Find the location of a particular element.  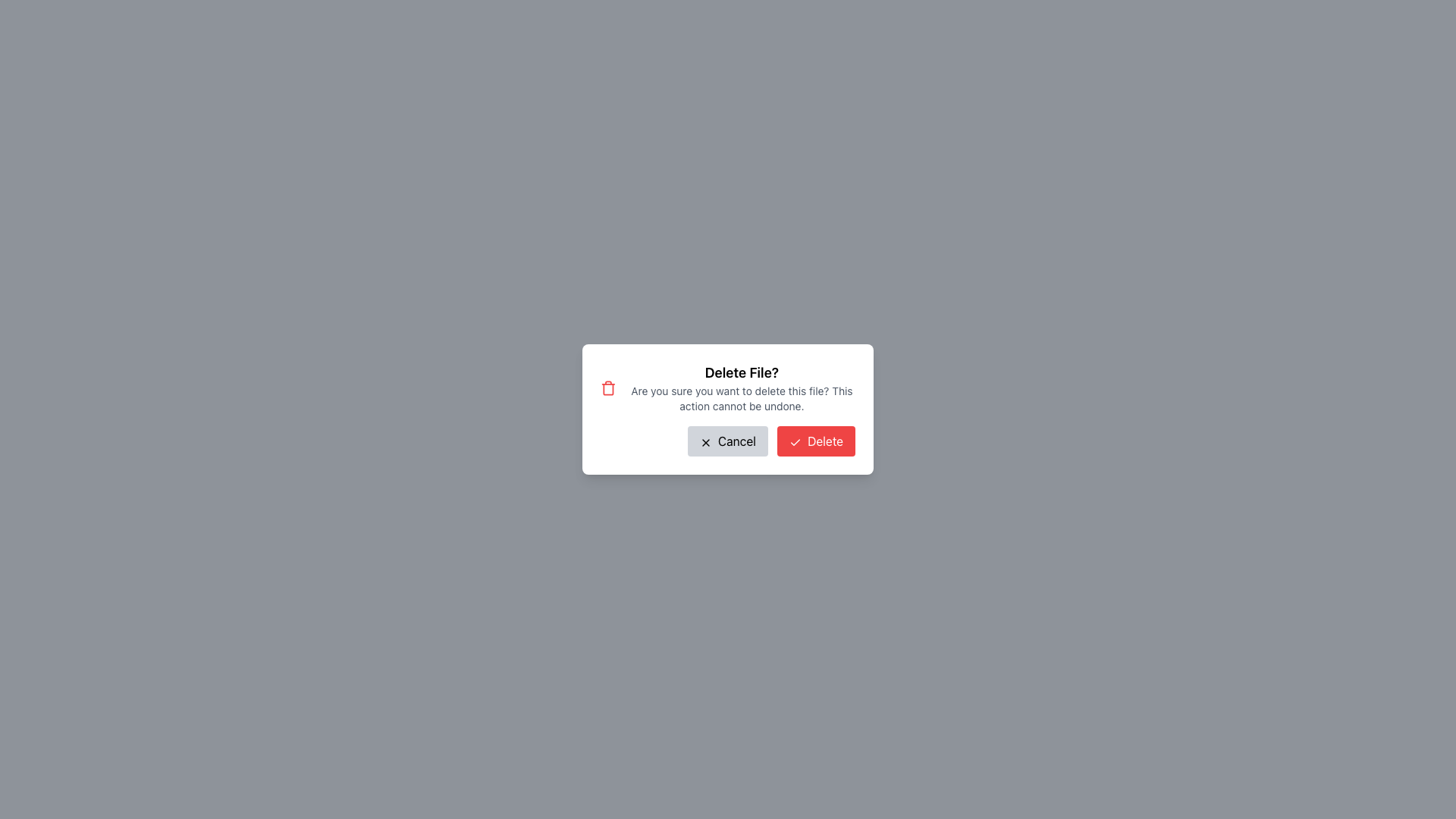

informational text section in the modal dialog that warns about the irreversibility of deleting a file is located at coordinates (728, 388).